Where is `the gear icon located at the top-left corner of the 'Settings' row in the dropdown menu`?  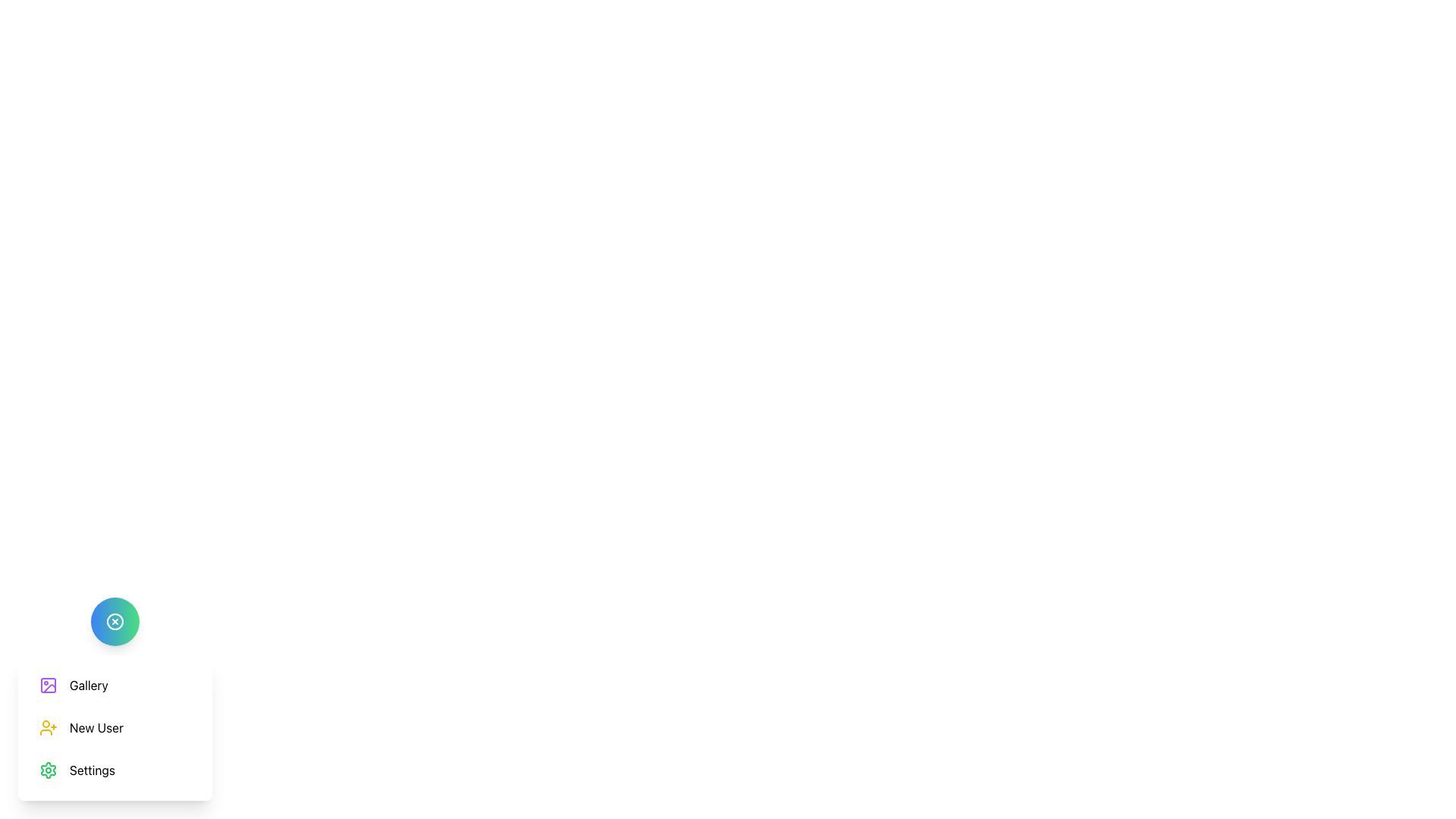 the gear icon located at the top-left corner of the 'Settings' row in the dropdown menu is located at coordinates (48, 770).